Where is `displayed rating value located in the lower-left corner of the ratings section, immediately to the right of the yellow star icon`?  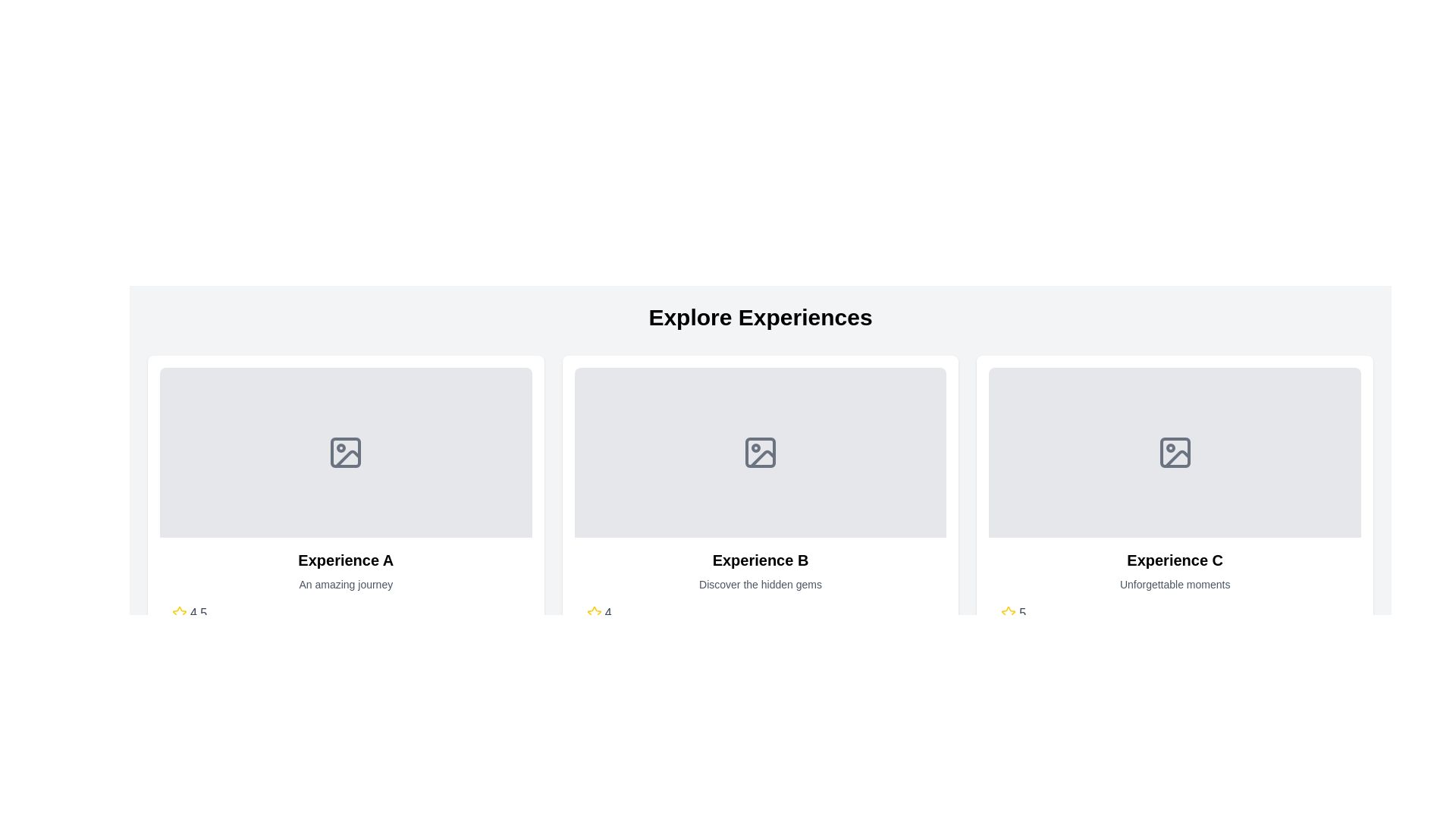
displayed rating value located in the lower-left corner of the ratings section, immediately to the right of the yellow star icon is located at coordinates (198, 613).